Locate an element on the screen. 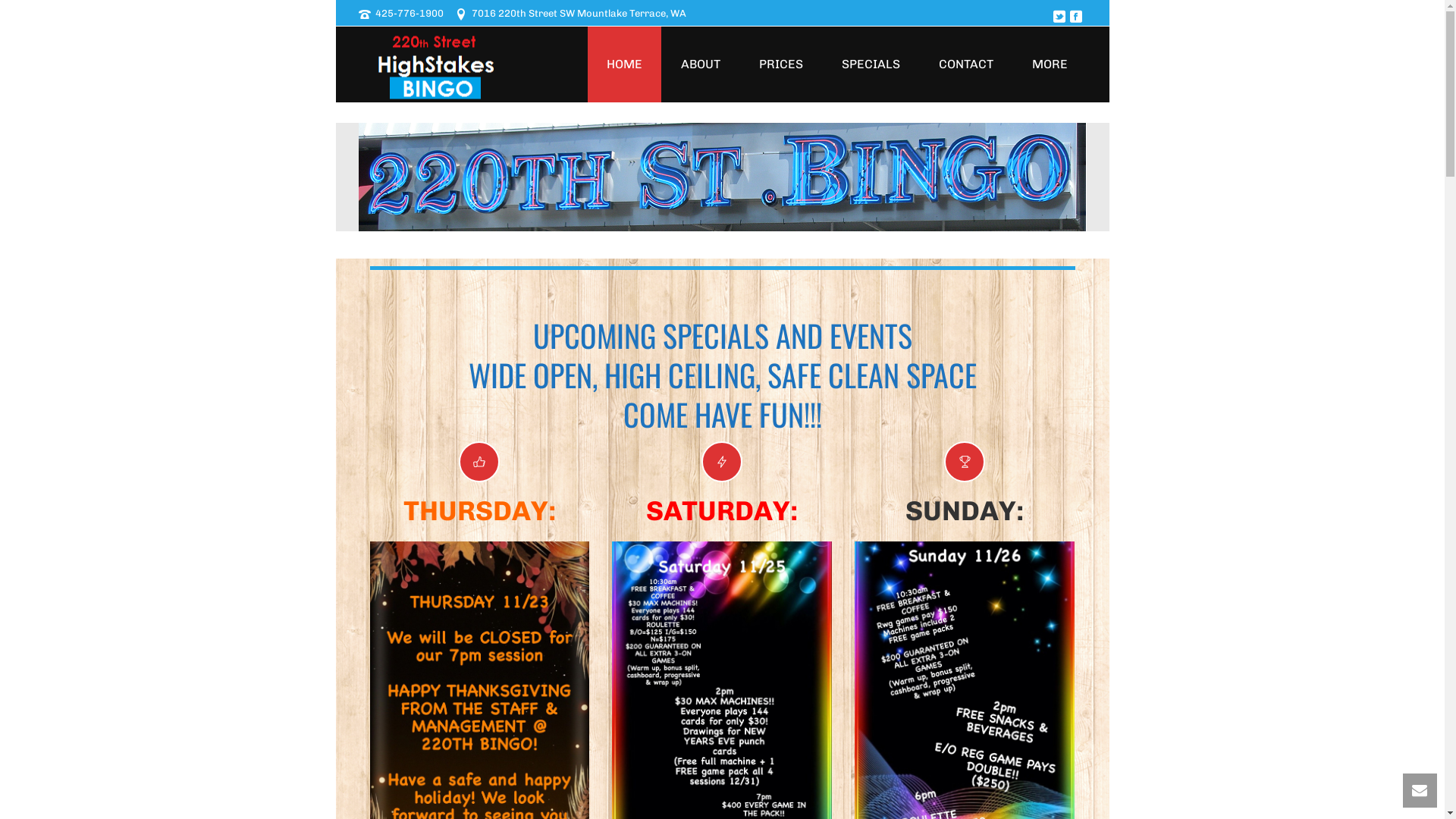 The width and height of the screenshot is (1456, 819). 'HOME' is located at coordinates (623, 63).